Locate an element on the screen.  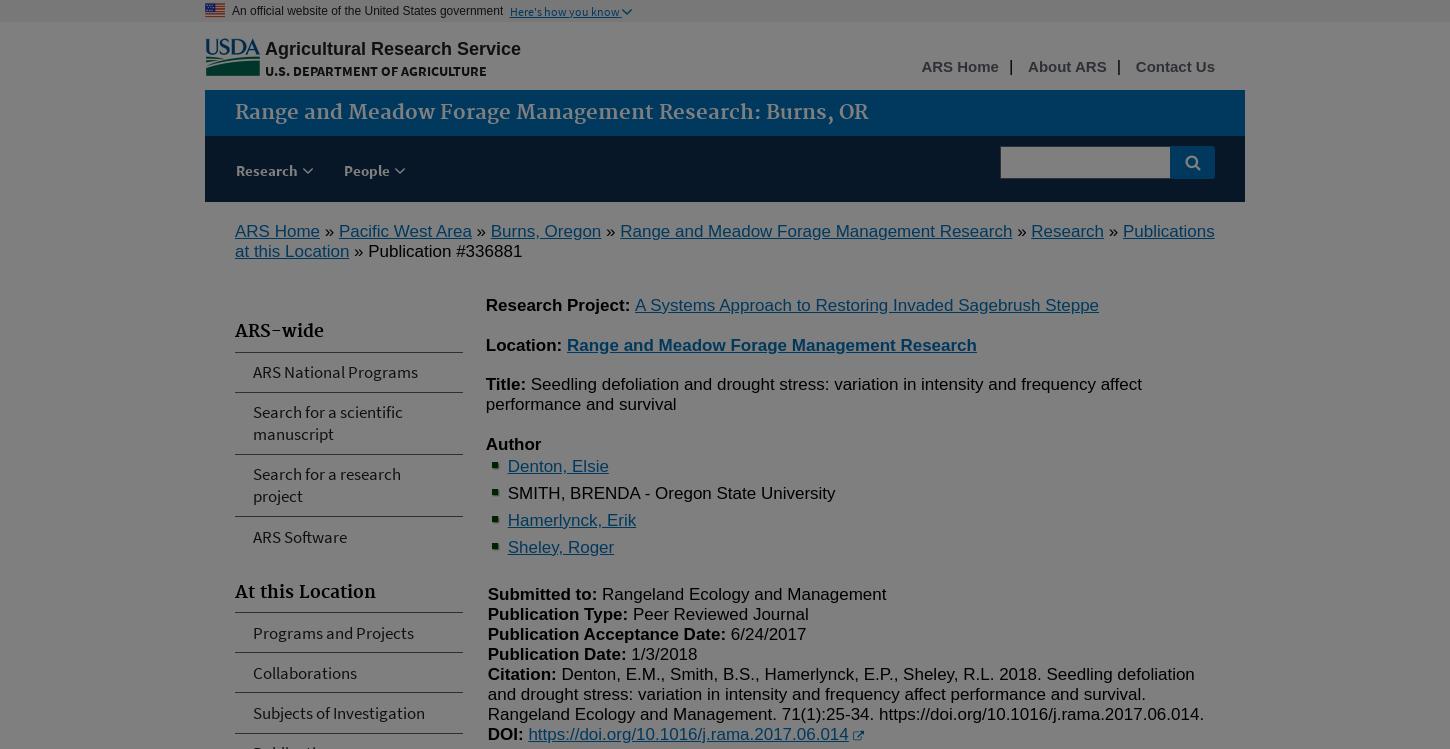
'Agricultural Research Service' is located at coordinates (265, 48).